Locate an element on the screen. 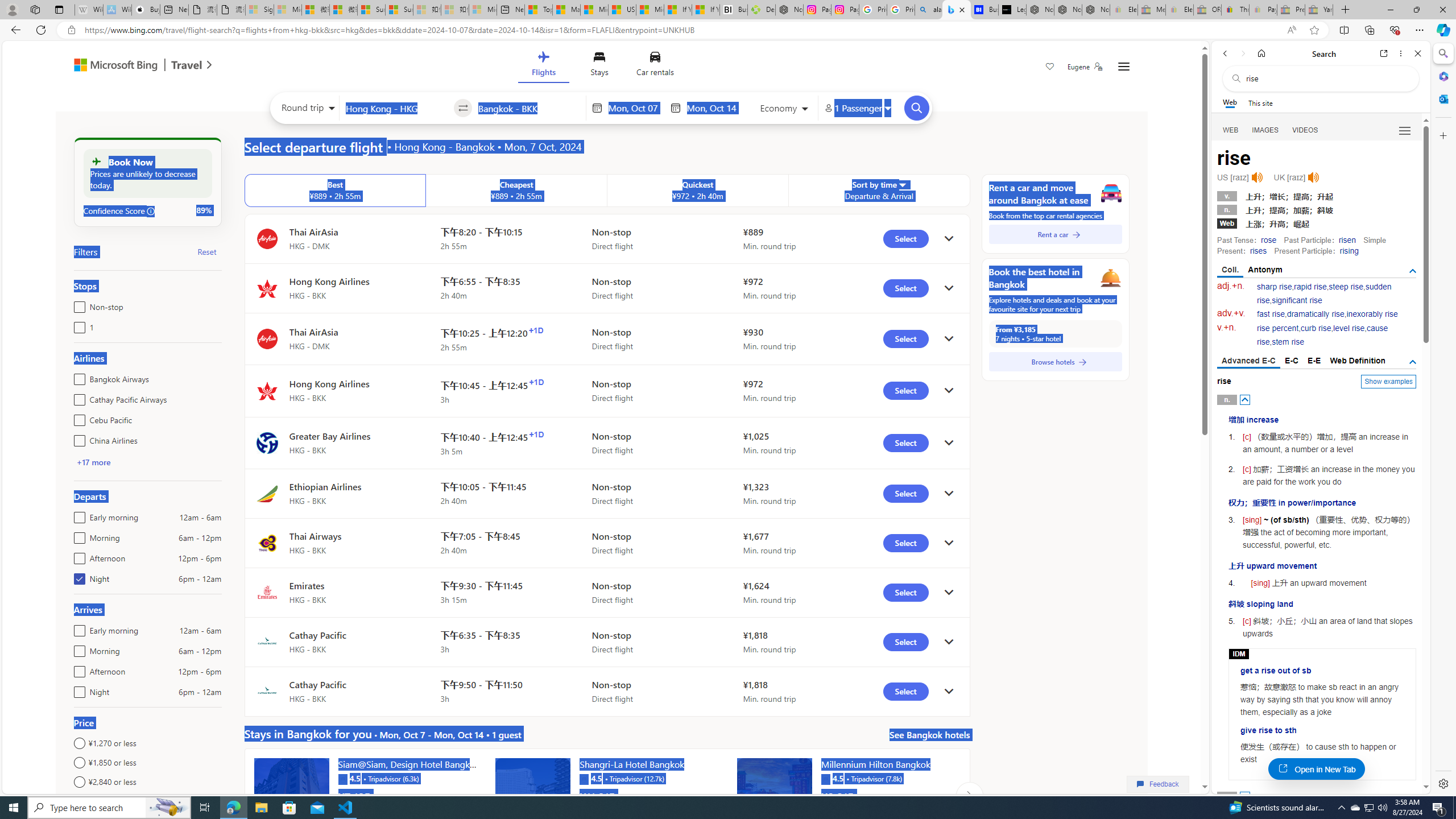  'Class: msft-travel-logo' is located at coordinates (186, 65).